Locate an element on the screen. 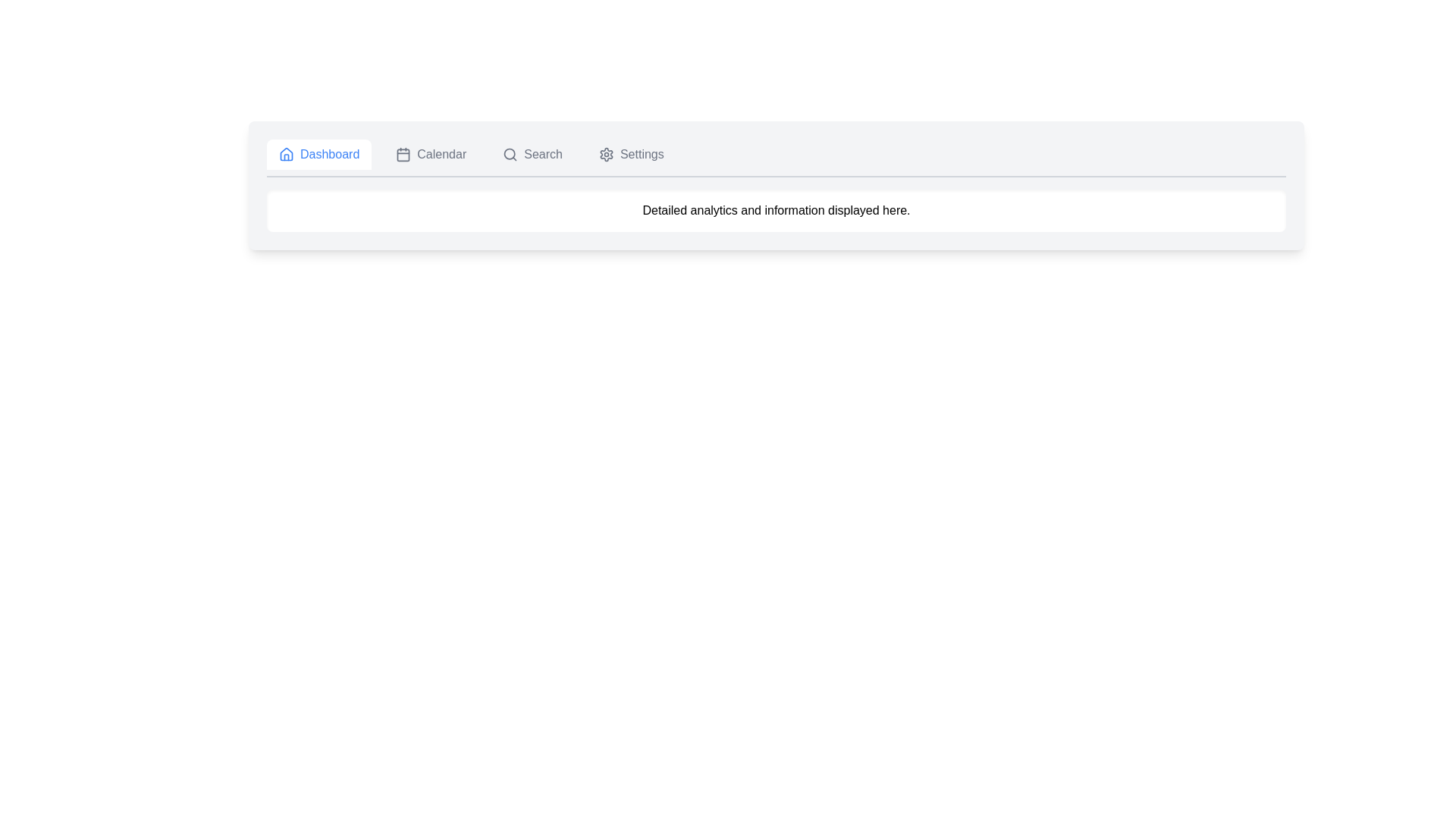 The image size is (1456, 819). the navigational label in the first menu item of the top horizontal navigation bar is located at coordinates (329, 155).